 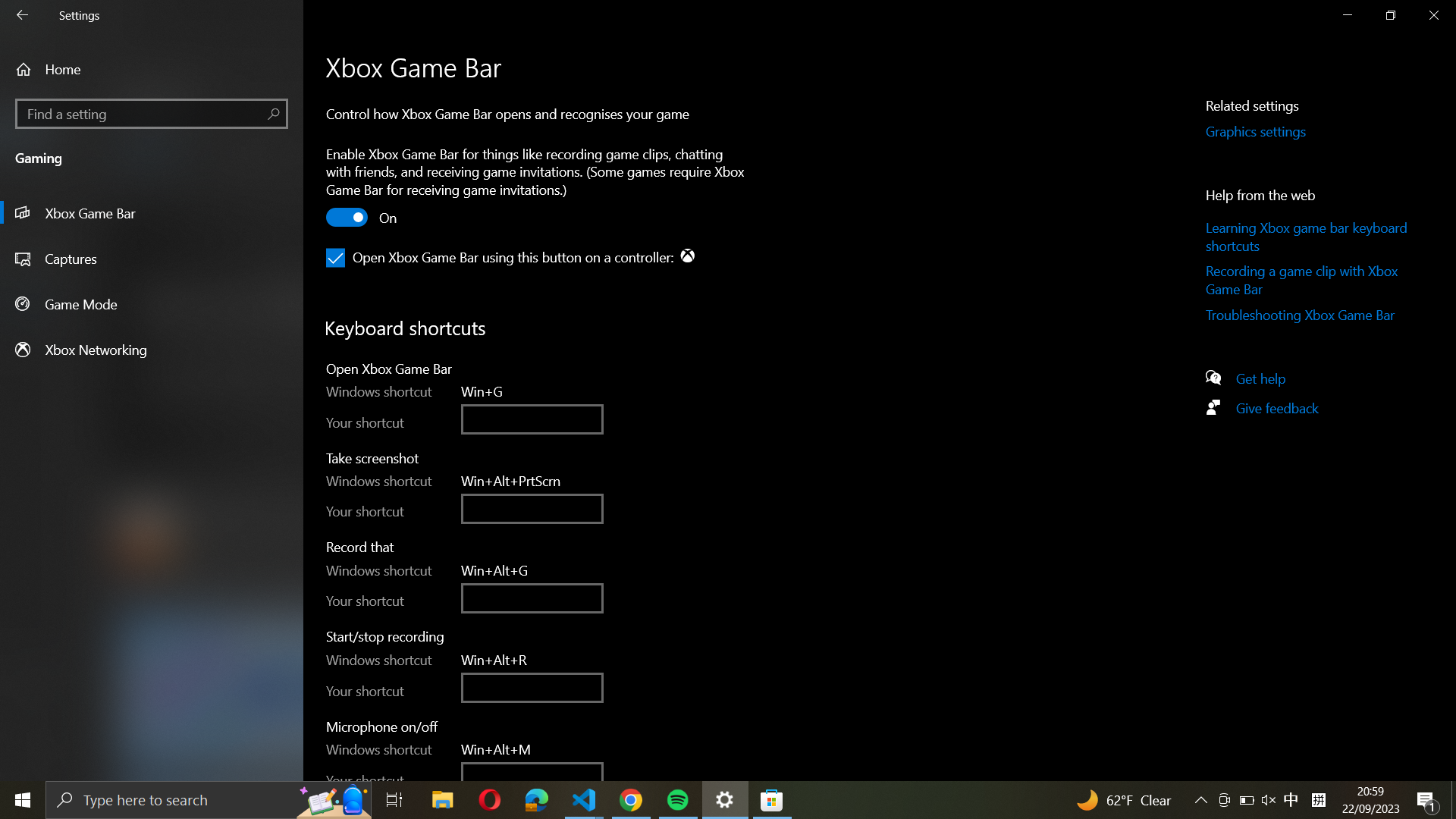 What do you see at coordinates (152, 349) in the screenshot?
I see `the Xbox Networking settings by utilizing the button on the left panel` at bounding box center [152, 349].